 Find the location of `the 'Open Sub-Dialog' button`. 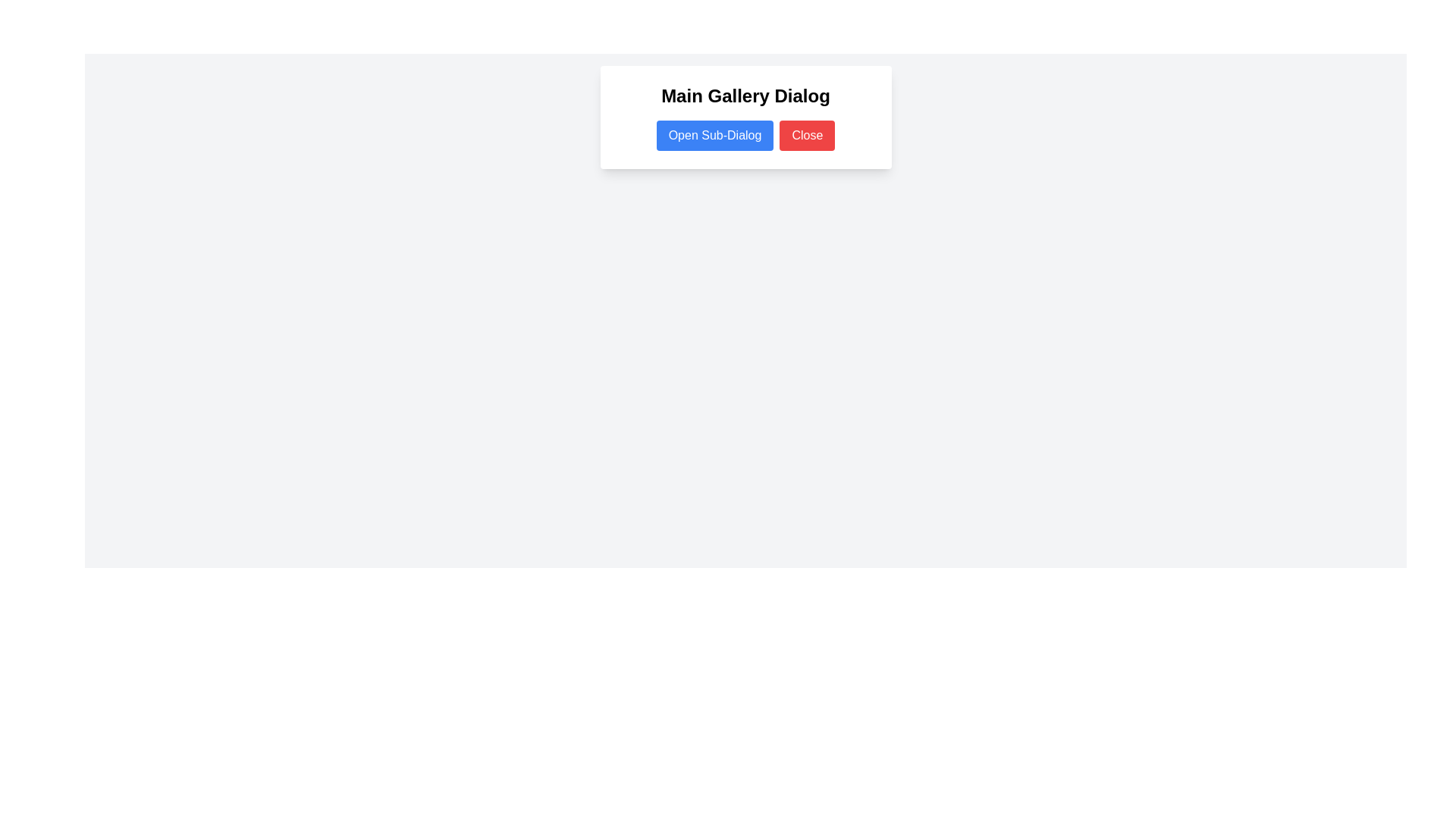

the 'Open Sub-Dialog' button is located at coordinates (714, 134).